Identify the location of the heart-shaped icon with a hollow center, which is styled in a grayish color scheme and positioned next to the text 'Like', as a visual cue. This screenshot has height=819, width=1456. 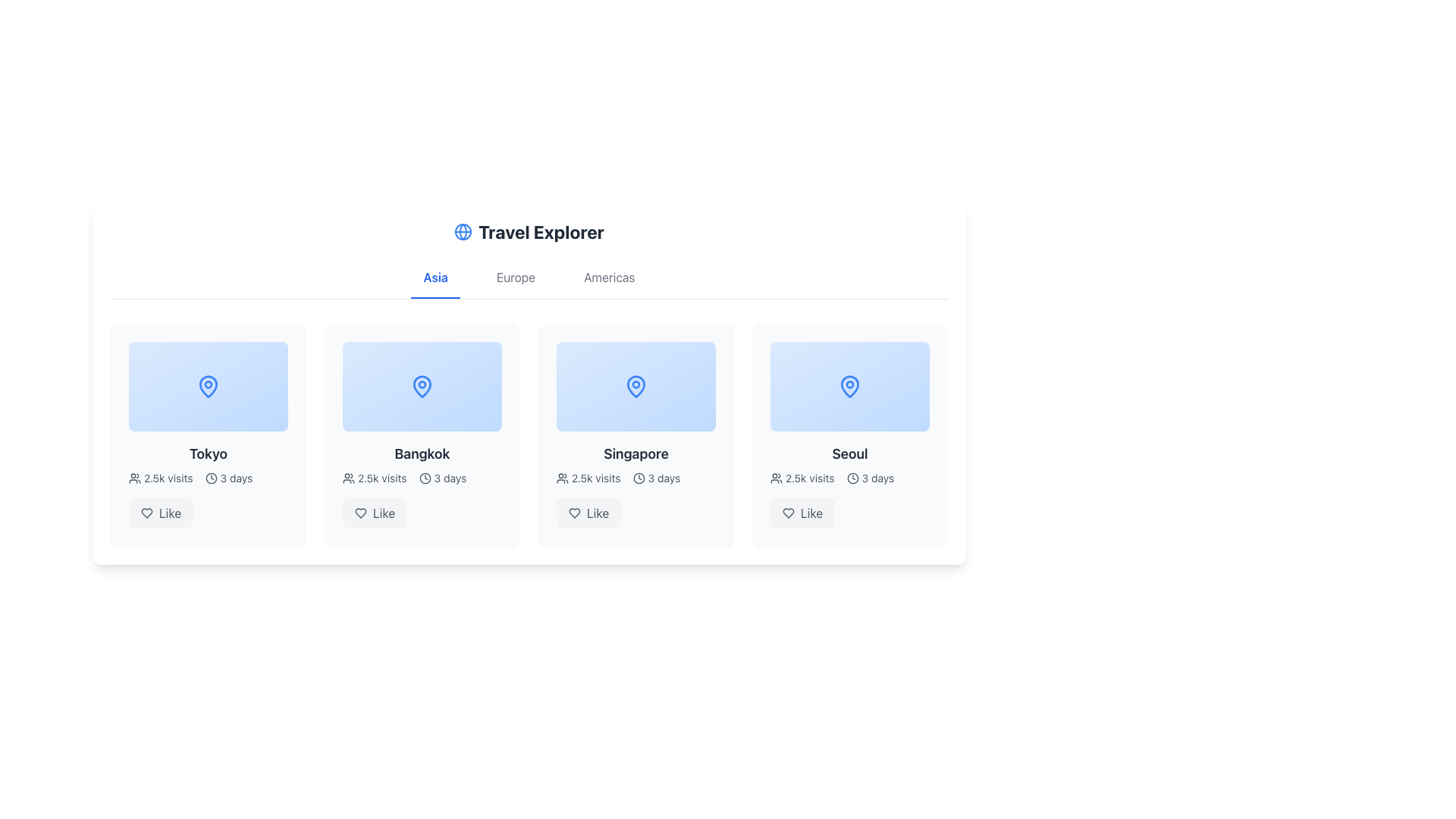
(574, 513).